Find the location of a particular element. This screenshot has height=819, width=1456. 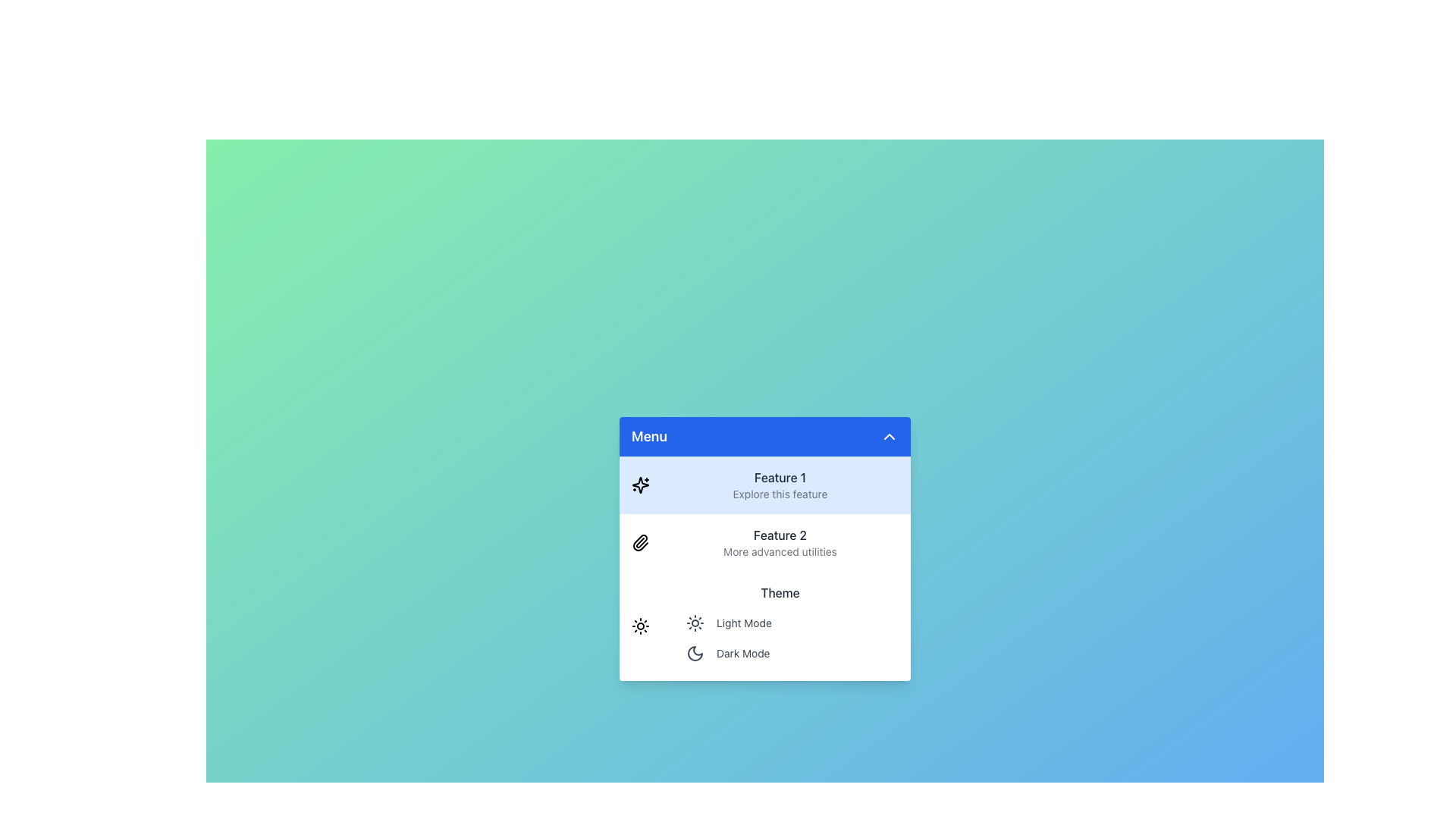

the Dark Mode icon located centrally within the button labeled 'Dark Mode' in the 'Theme' category at the bottom section of the menu interface is located at coordinates (694, 652).